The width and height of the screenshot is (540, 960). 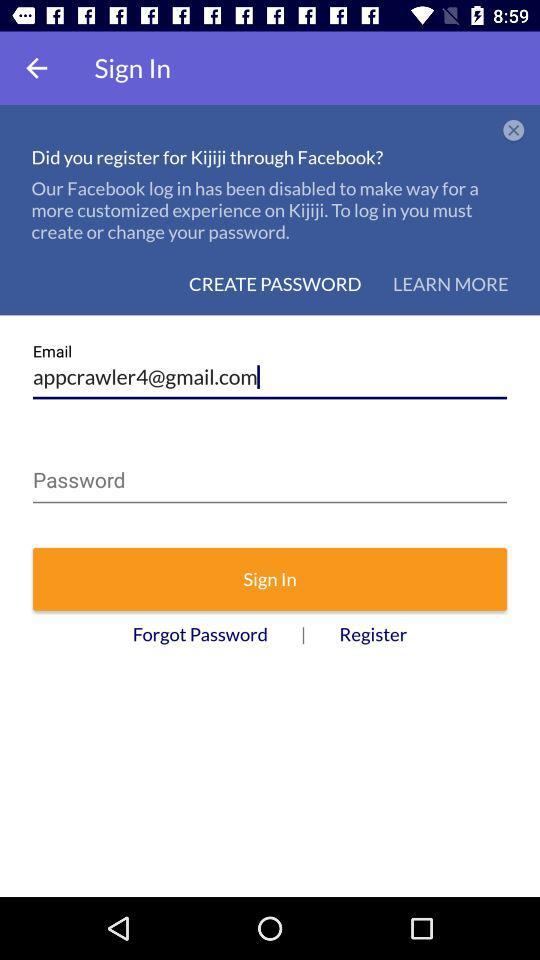 What do you see at coordinates (450, 283) in the screenshot?
I see `the item to the right of create password icon` at bounding box center [450, 283].